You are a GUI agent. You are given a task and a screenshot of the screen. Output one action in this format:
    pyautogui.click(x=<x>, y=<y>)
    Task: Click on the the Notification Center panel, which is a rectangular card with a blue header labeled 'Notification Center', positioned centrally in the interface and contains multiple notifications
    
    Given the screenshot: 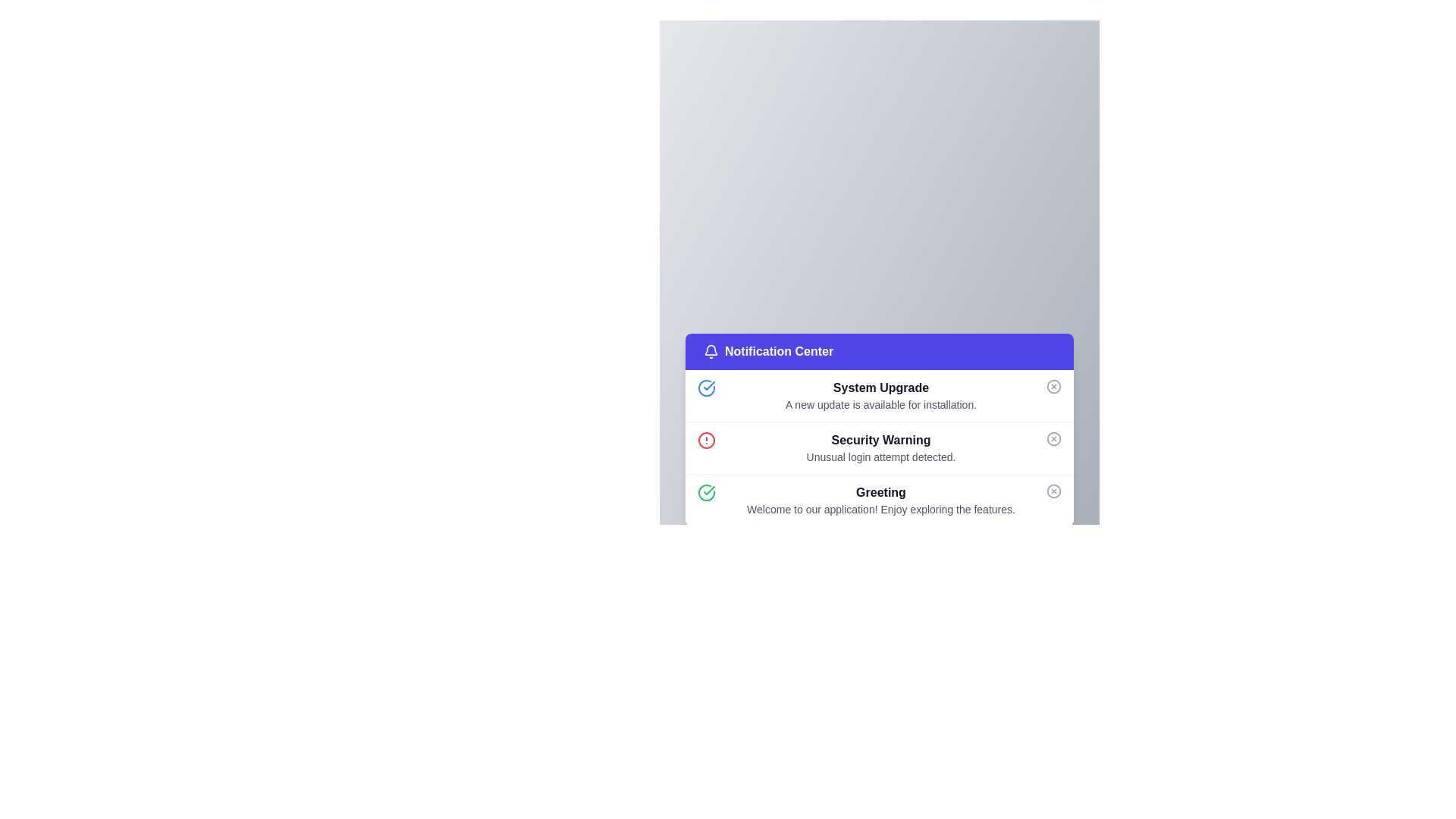 What is the action you would take?
    pyautogui.click(x=880, y=430)
    